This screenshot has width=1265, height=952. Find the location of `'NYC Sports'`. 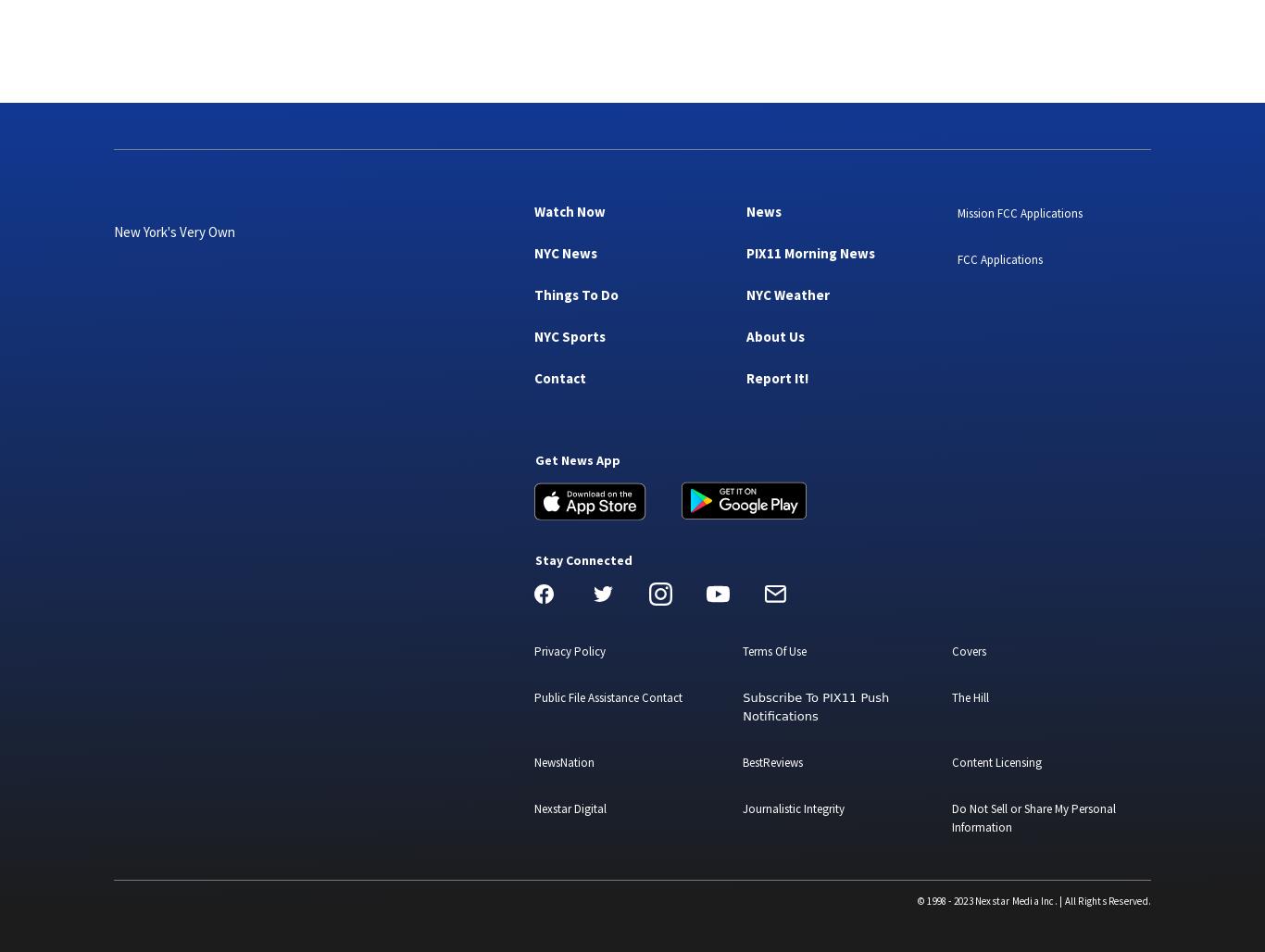

'NYC Sports' is located at coordinates (569, 334).